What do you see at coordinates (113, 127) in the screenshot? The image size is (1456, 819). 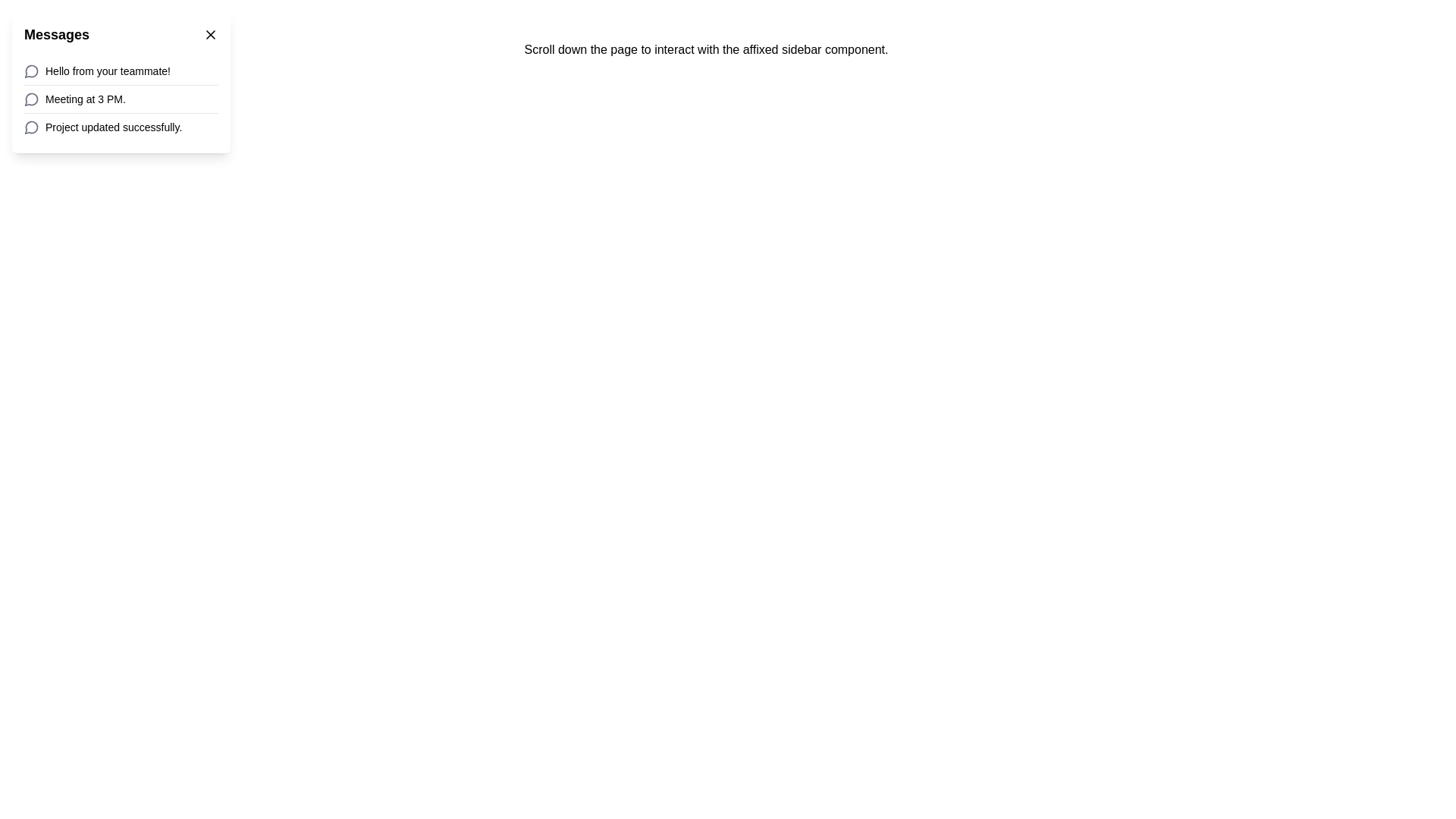 I see `the notification text label that conveys the successful update of a project, which is the third item in a vertical list of messages within the sidebar` at bounding box center [113, 127].